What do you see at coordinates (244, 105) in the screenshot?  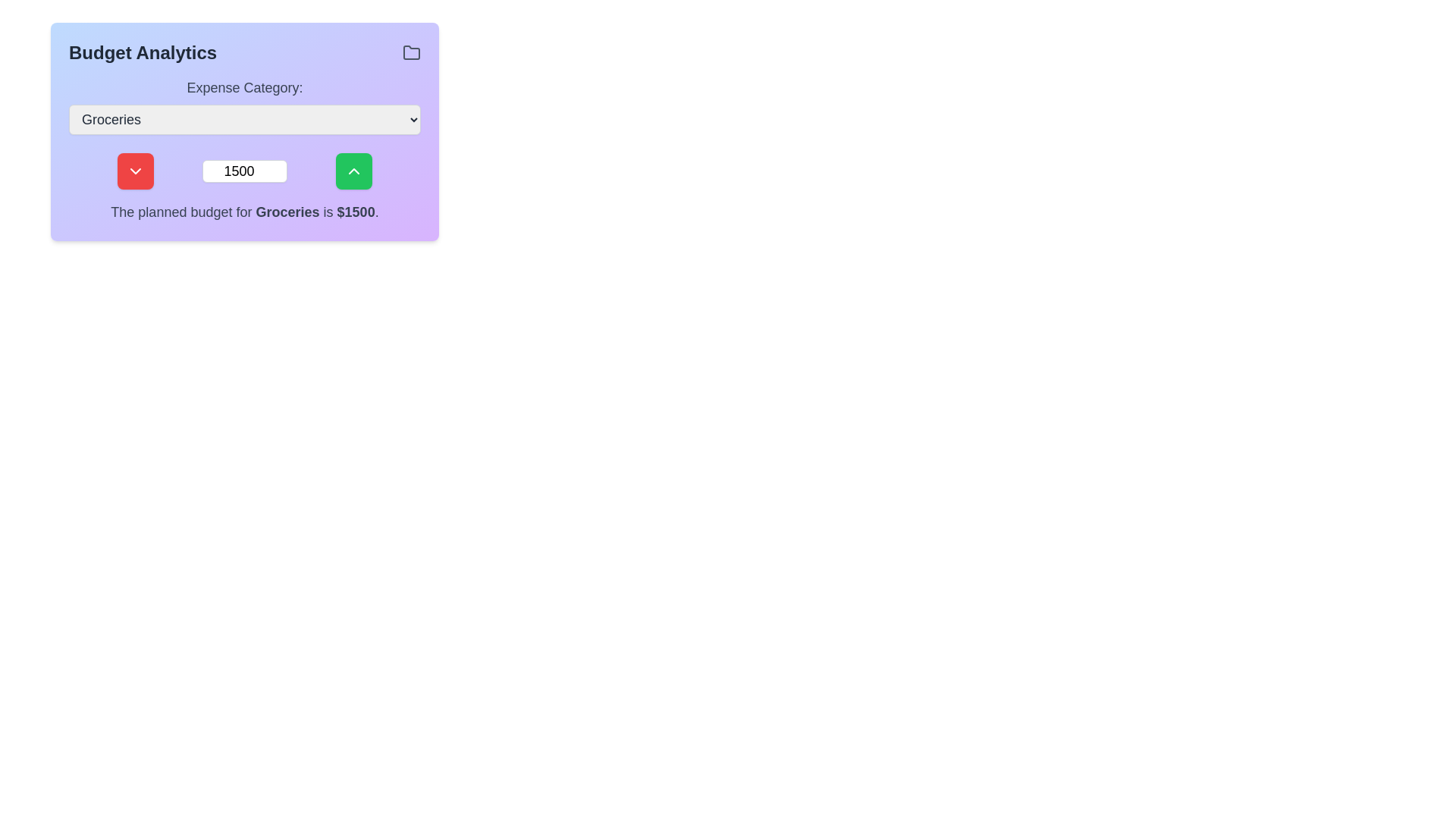 I see `the dropdown menu located in the upper-middle part of the 'Budget Analytics' card` at bounding box center [244, 105].